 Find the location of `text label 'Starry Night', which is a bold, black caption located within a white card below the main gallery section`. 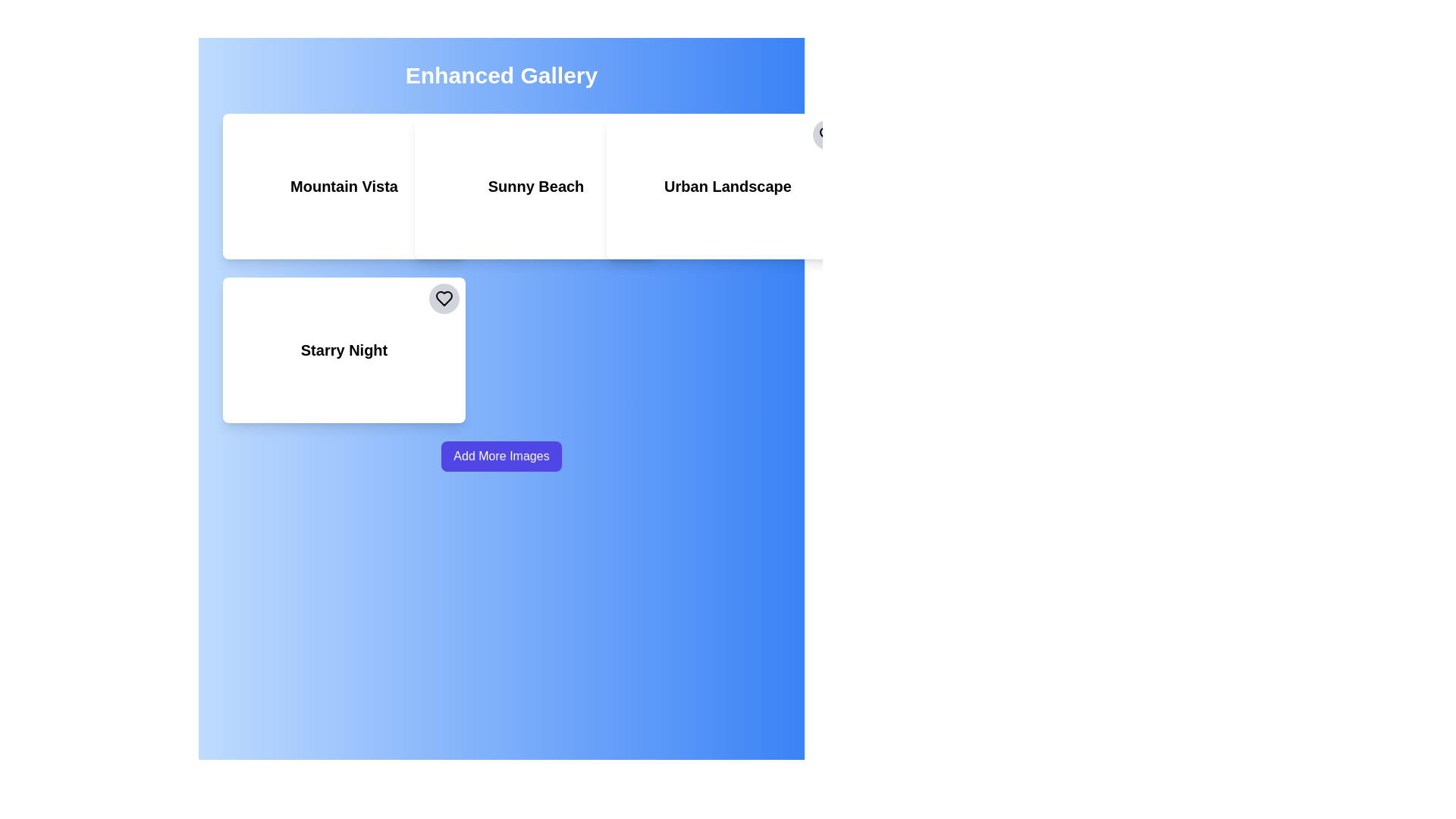

text label 'Starry Night', which is a bold, black caption located within a white card below the main gallery section is located at coordinates (344, 350).